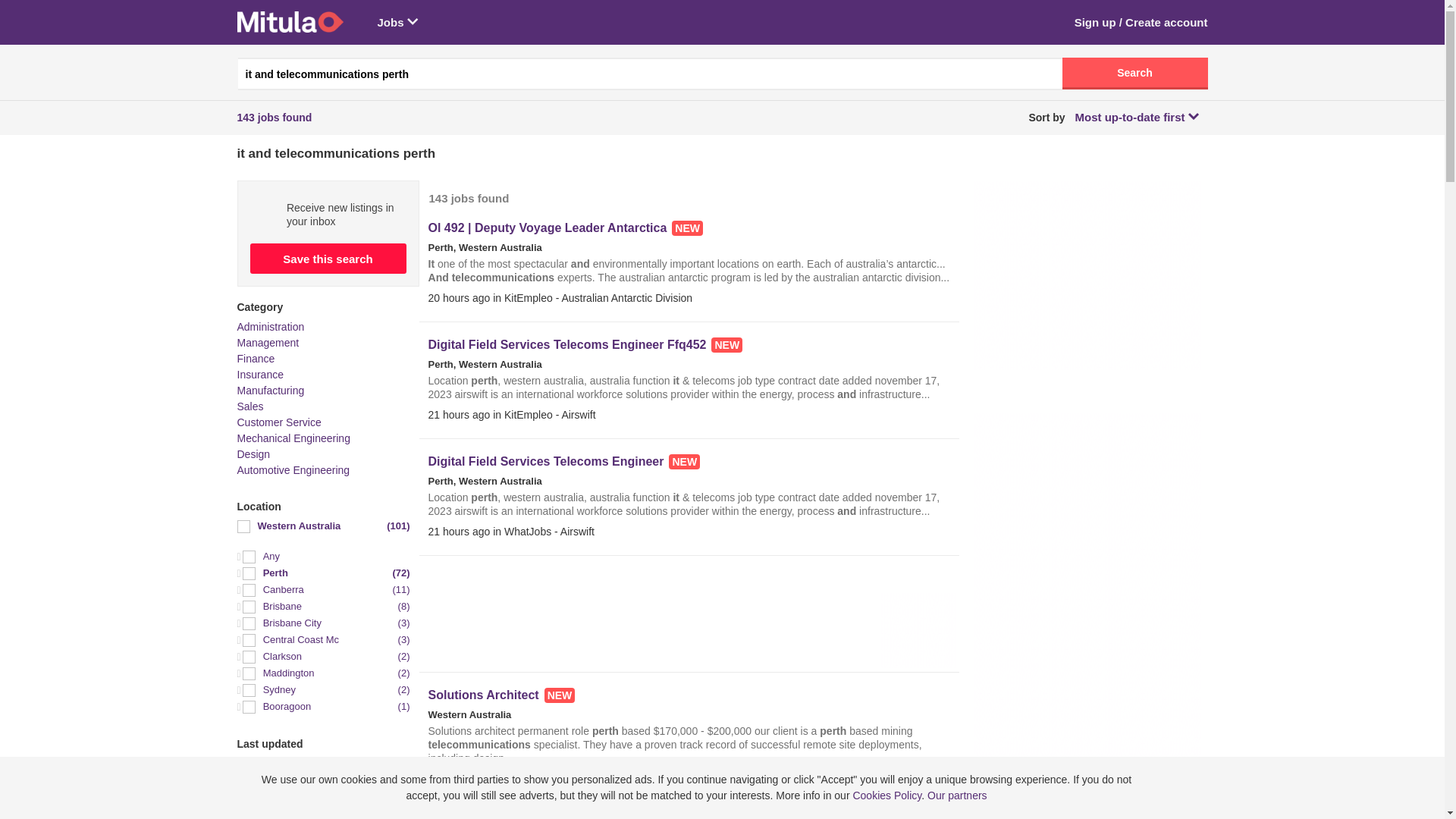 The height and width of the screenshot is (819, 1456). What do you see at coordinates (278, 422) in the screenshot?
I see `'Customer Service'` at bounding box center [278, 422].